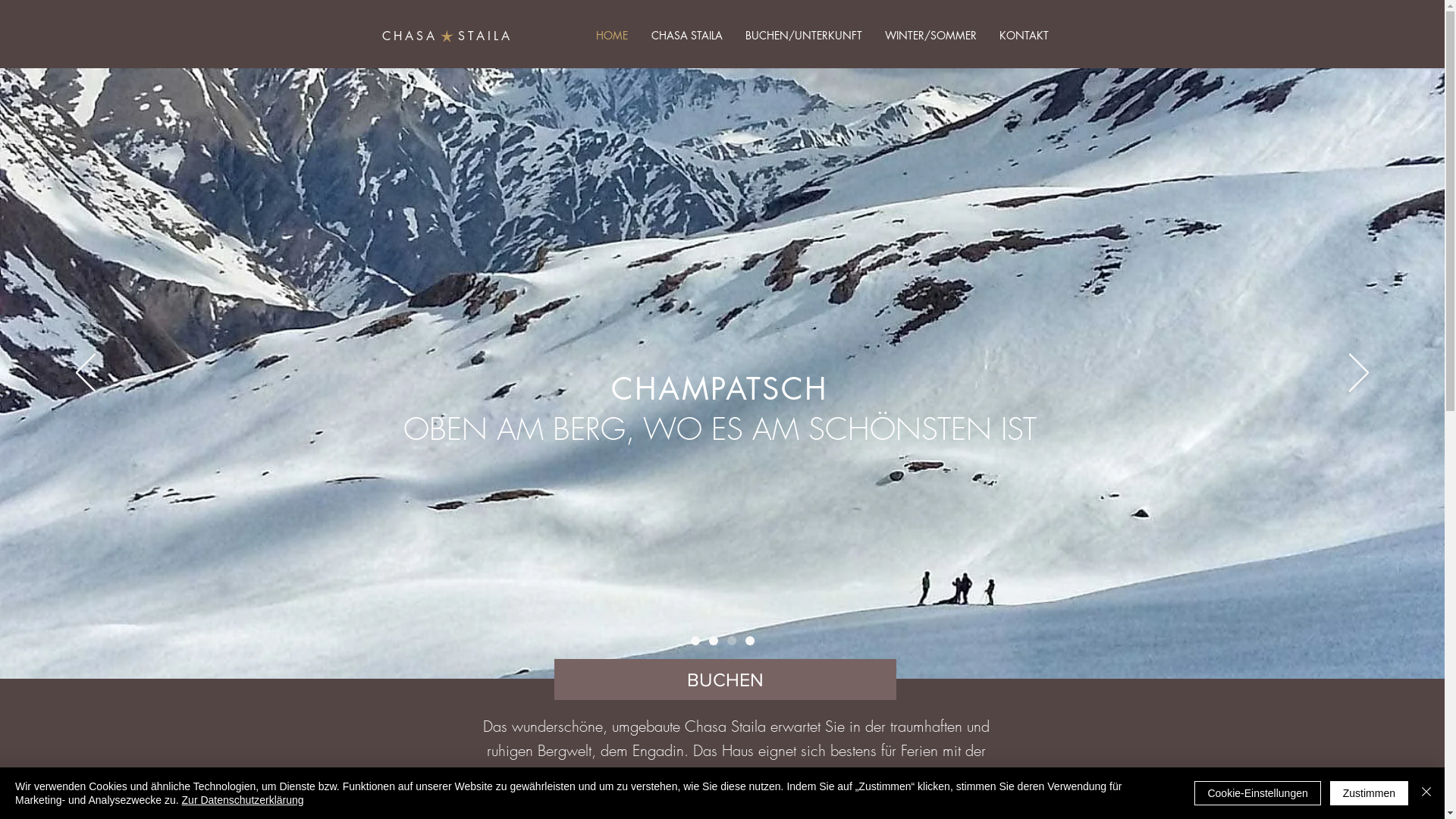 Image resolution: width=1456 pixels, height=819 pixels. I want to click on 'KONTAKT', so click(1023, 34).